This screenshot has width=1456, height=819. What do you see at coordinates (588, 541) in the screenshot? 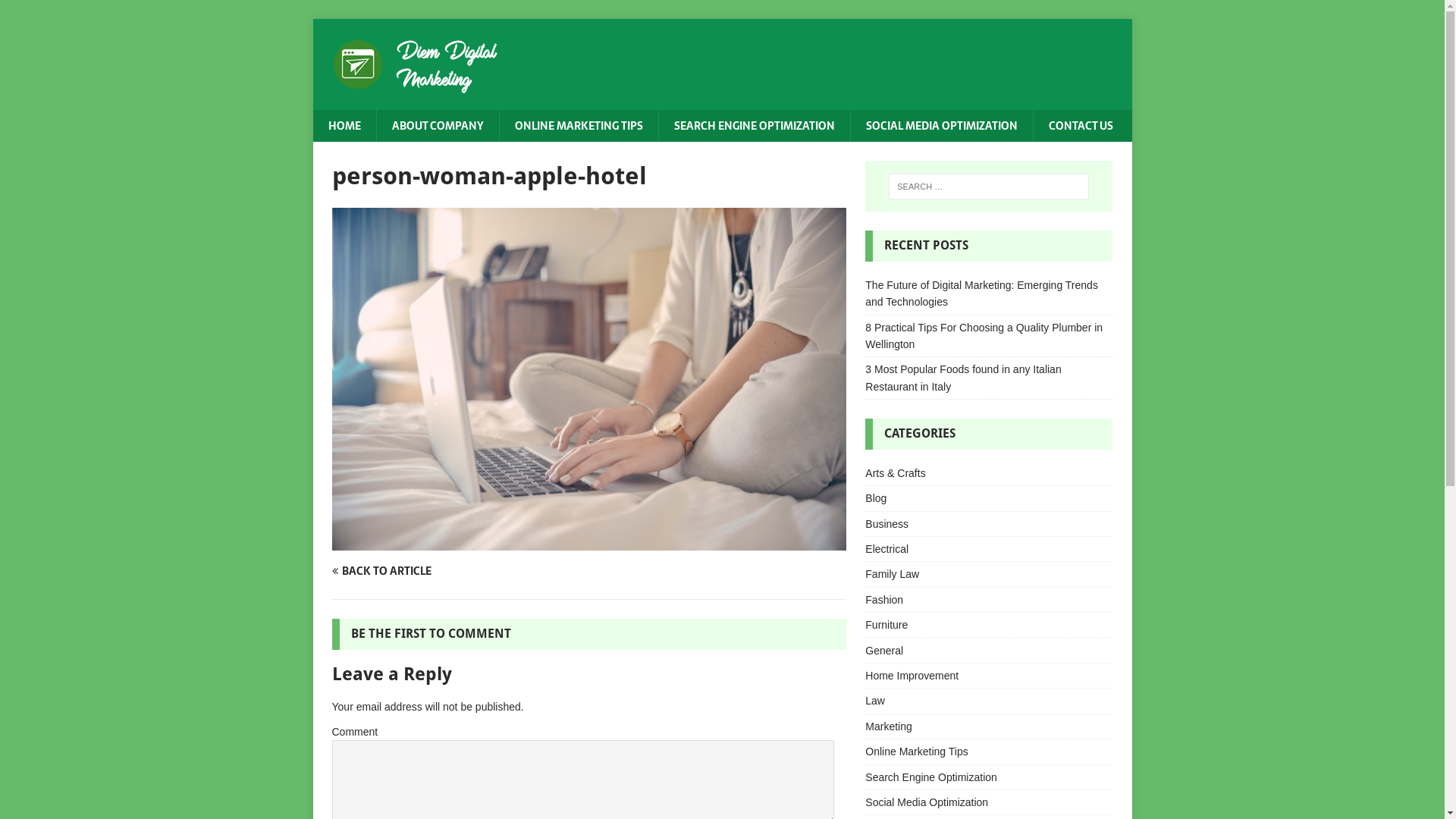
I see `'person-woman-apple-hotel'` at bounding box center [588, 541].